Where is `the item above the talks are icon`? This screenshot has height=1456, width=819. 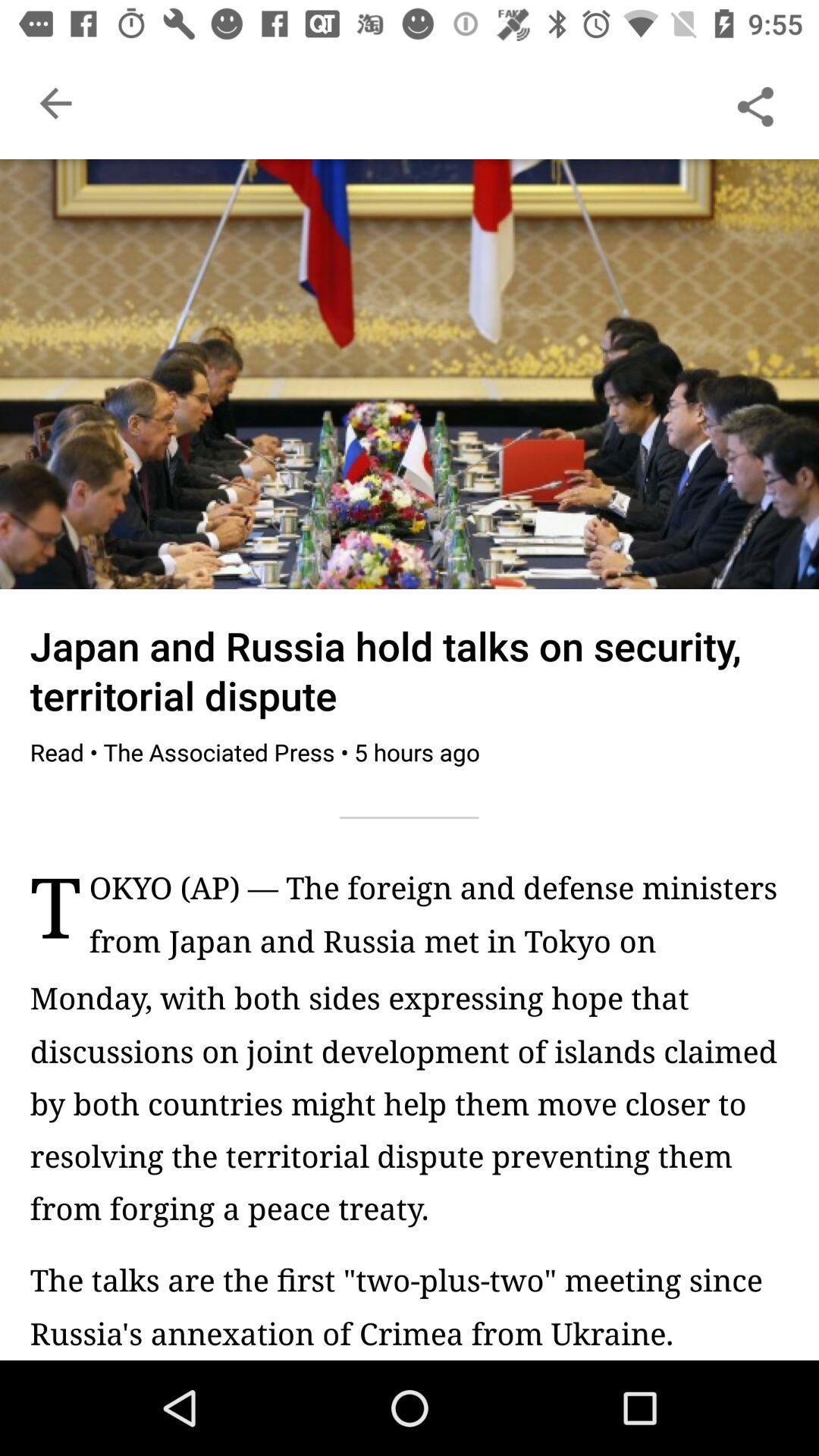
the item above the talks are icon is located at coordinates (409, 1103).